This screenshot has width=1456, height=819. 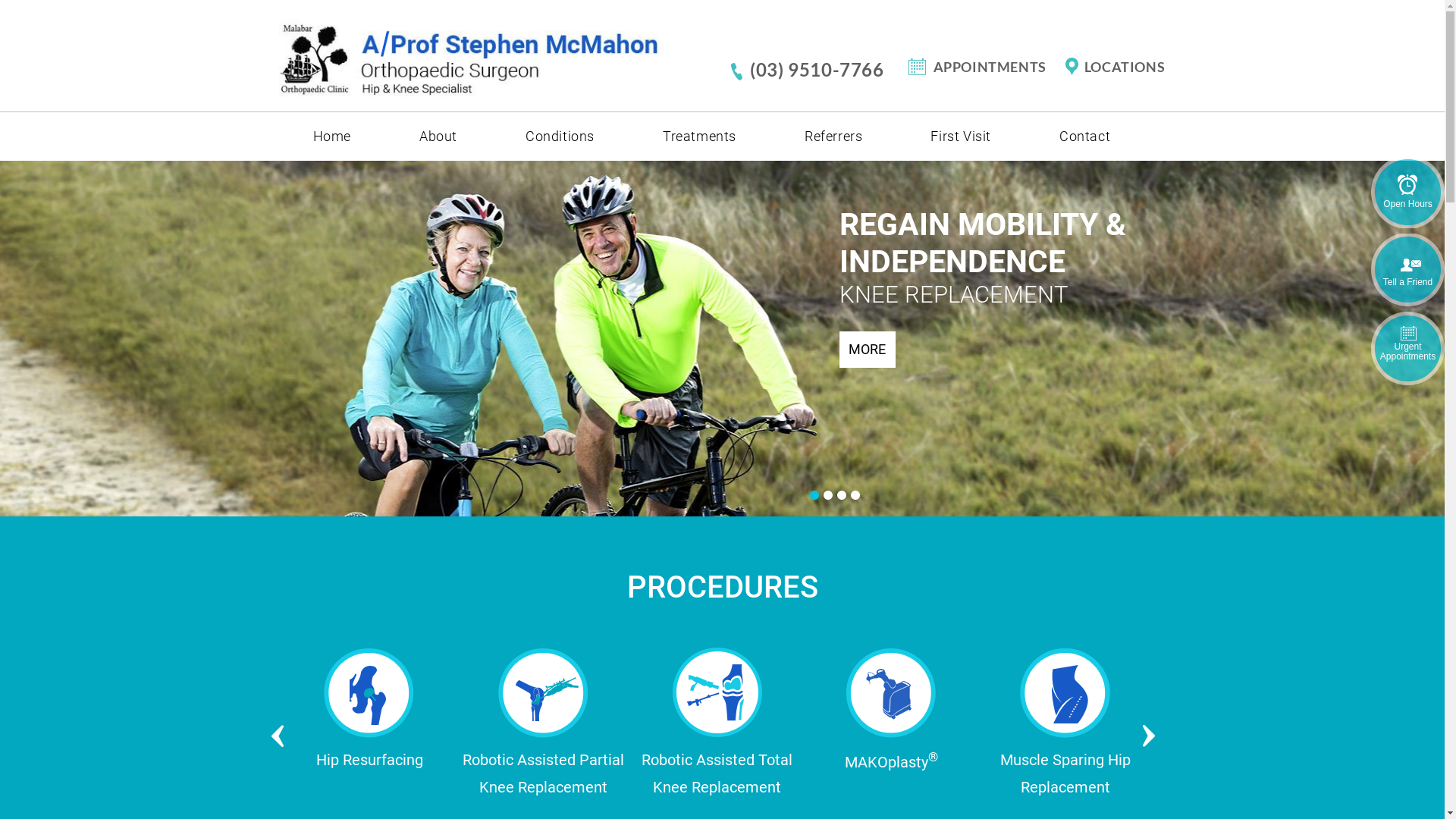 I want to click on 'Referrers', so click(x=833, y=136).